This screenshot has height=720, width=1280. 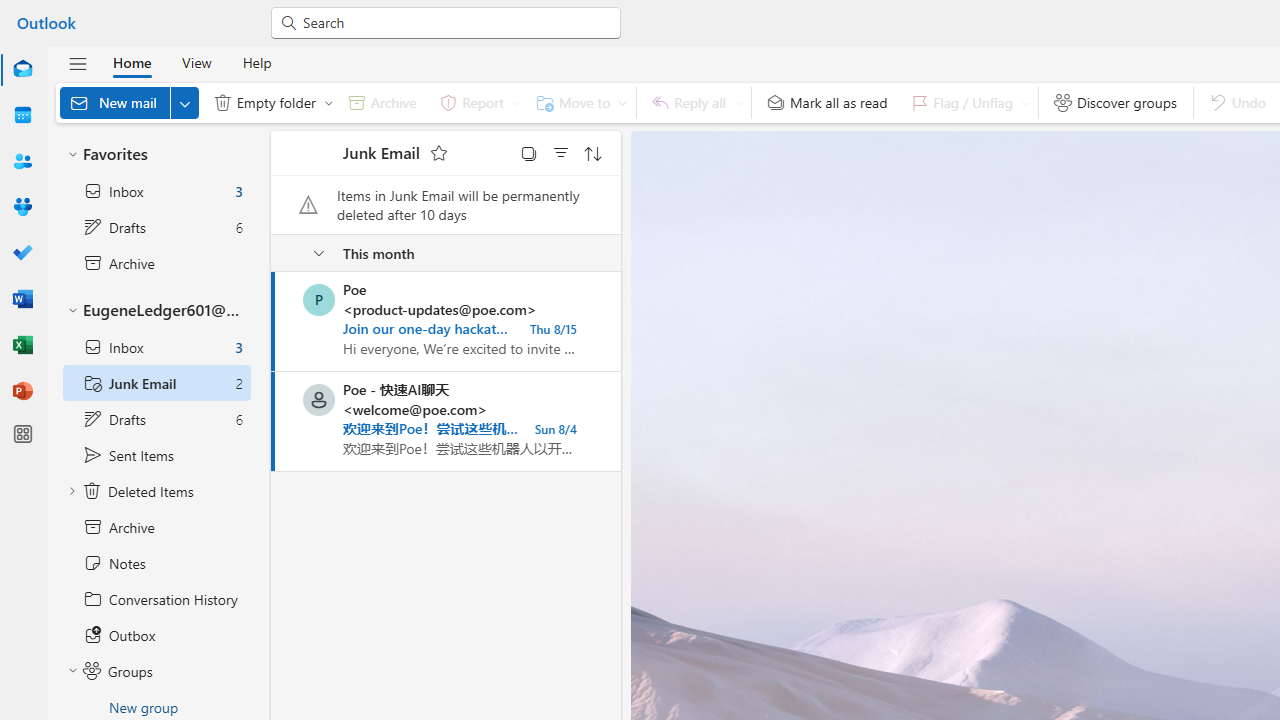 I want to click on 'Favoriting adds the category to your folder pane', so click(x=437, y=152).